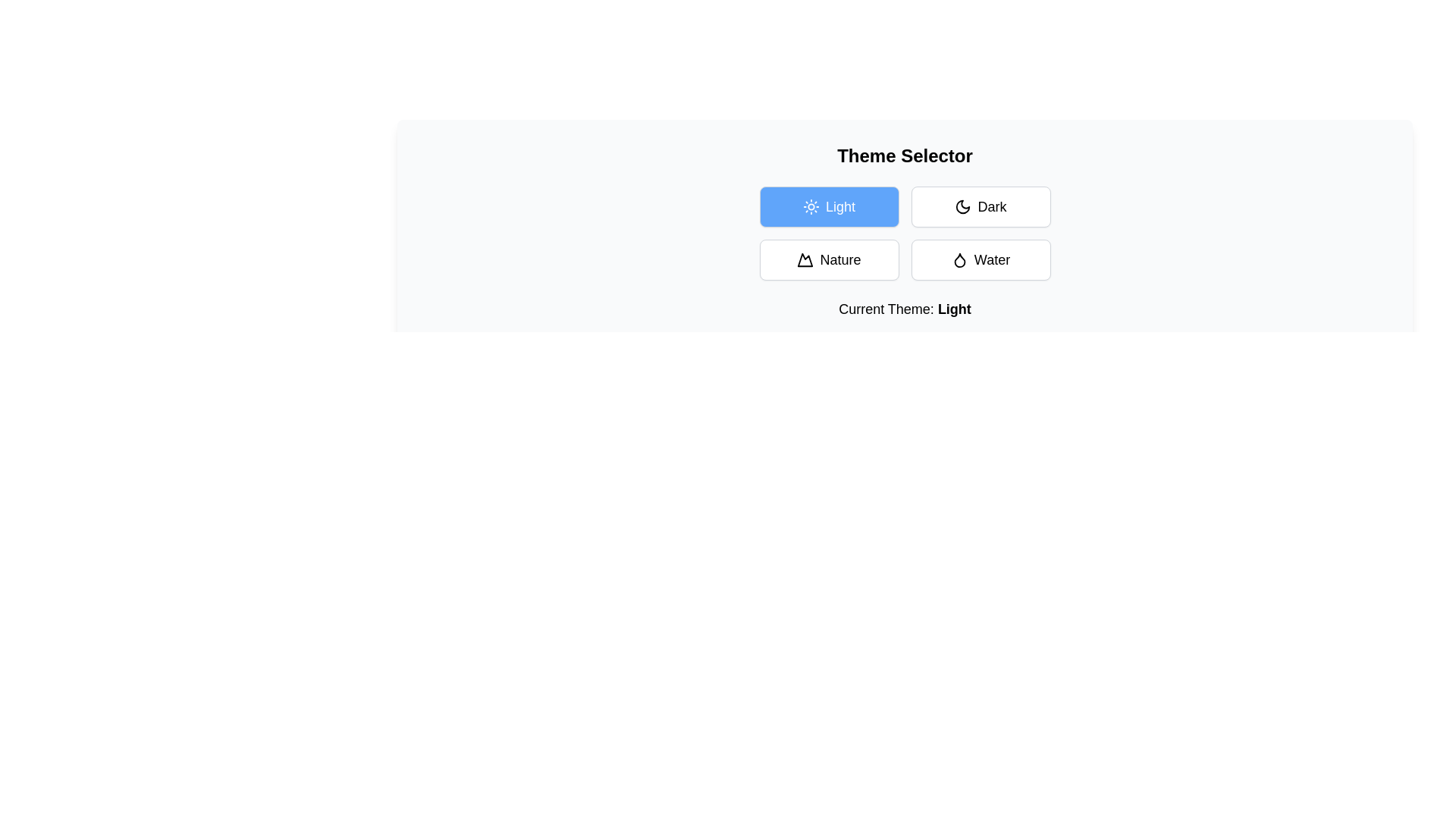 The width and height of the screenshot is (1456, 819). Describe the element at coordinates (962, 207) in the screenshot. I see `the 'Dark' theme button, which visually represents the 'Dark' theme option, located in the second column of the top row of theme buttons` at that location.